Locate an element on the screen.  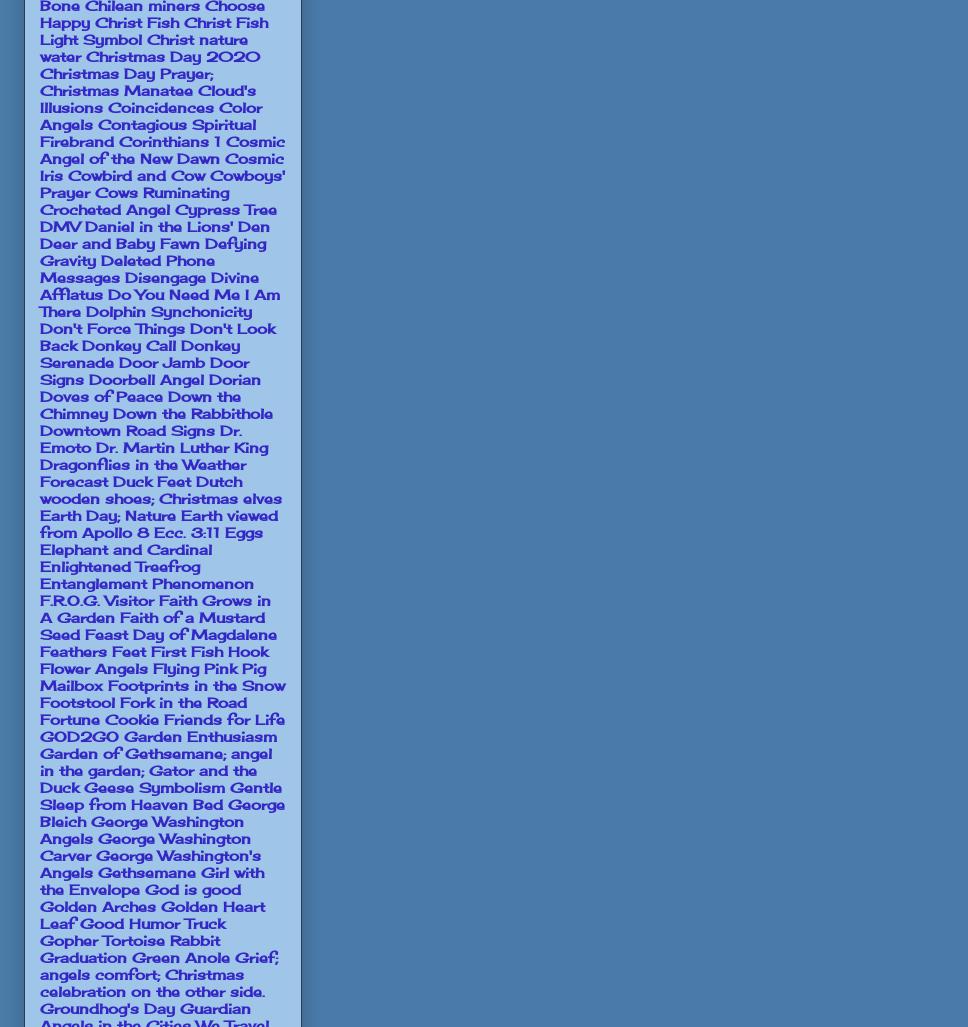
'Downtown Road Signs' is located at coordinates (126, 428).